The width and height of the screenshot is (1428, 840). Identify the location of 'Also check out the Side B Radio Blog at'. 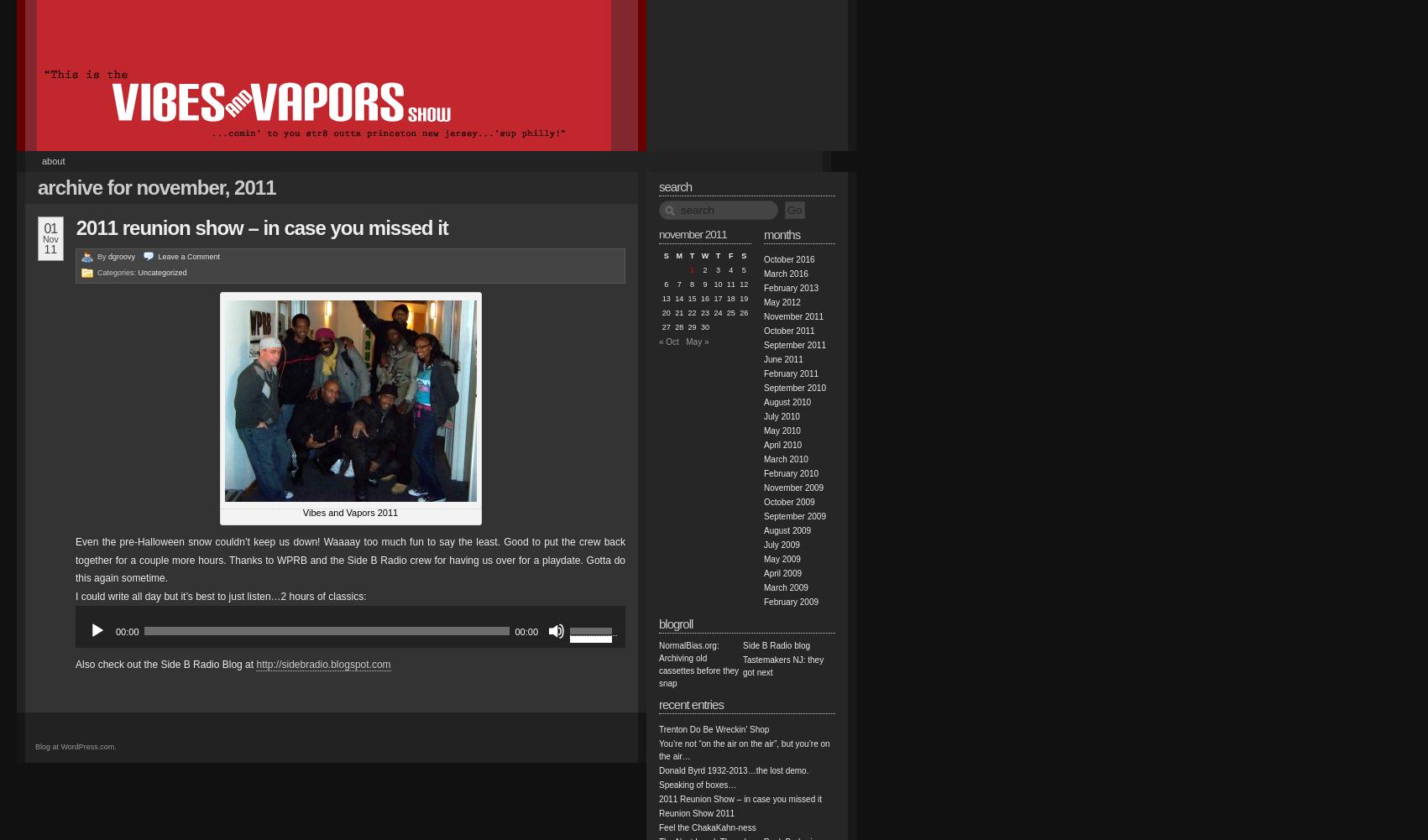
(75, 663).